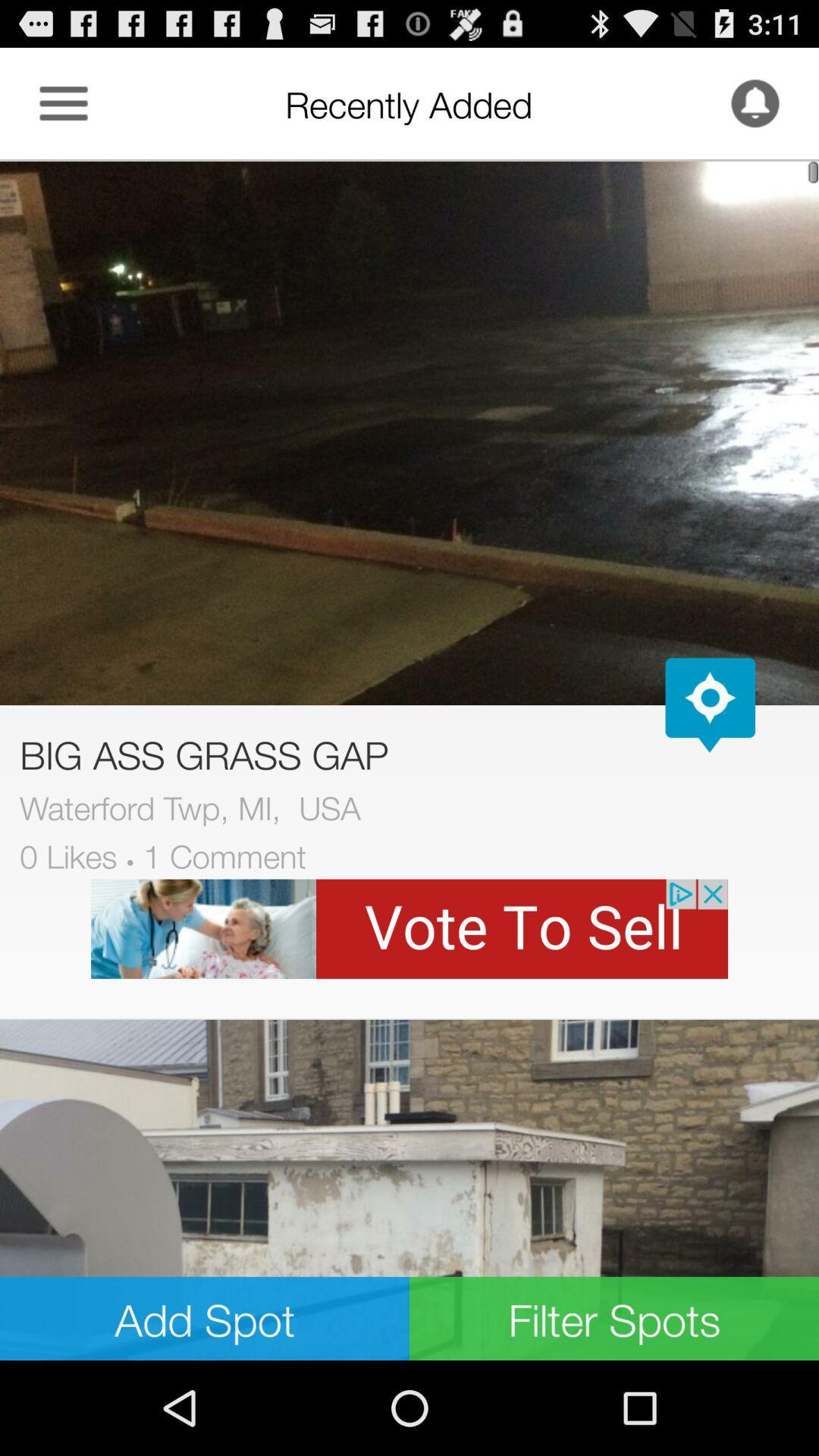 The width and height of the screenshot is (819, 1456). What do you see at coordinates (710, 704) in the screenshot?
I see `to display location` at bounding box center [710, 704].